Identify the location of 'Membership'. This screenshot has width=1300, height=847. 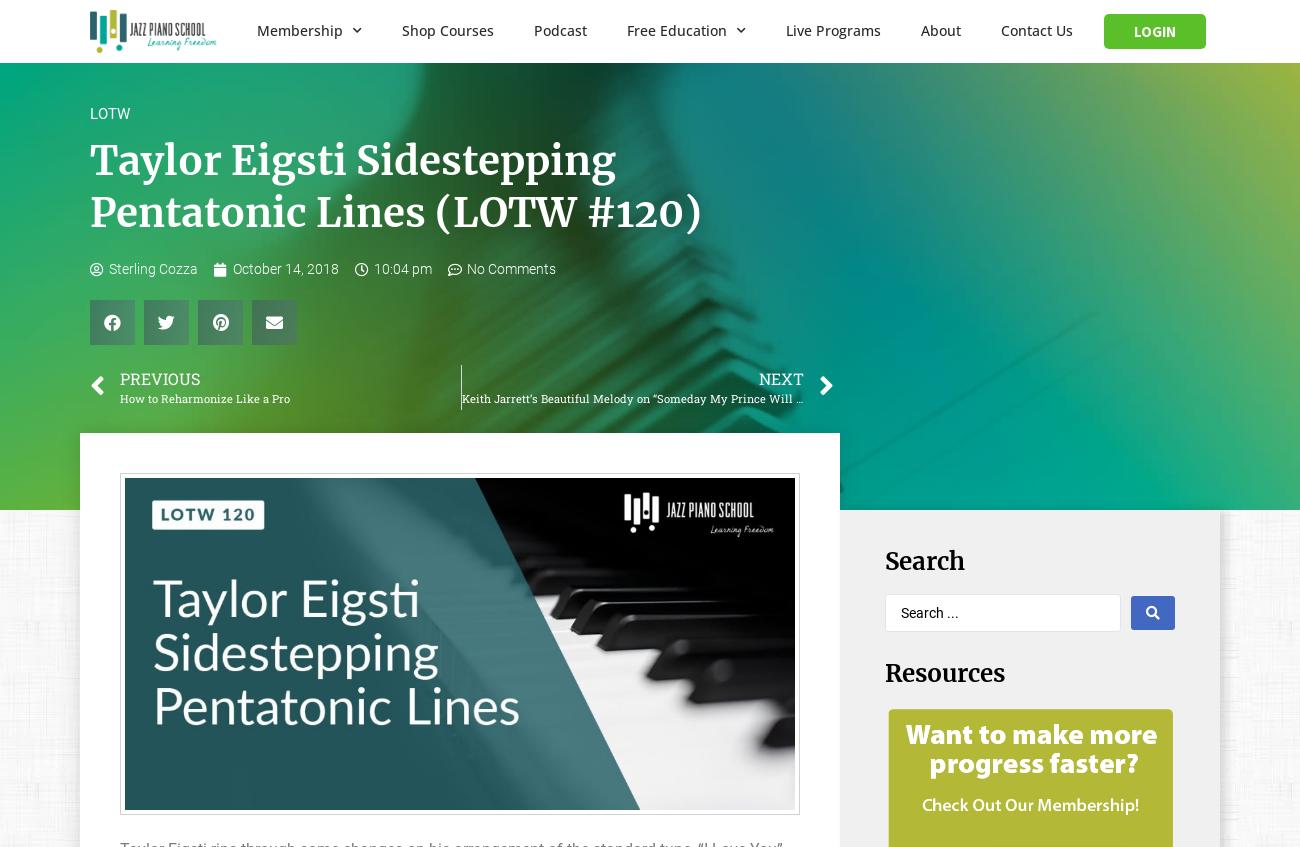
(300, 29).